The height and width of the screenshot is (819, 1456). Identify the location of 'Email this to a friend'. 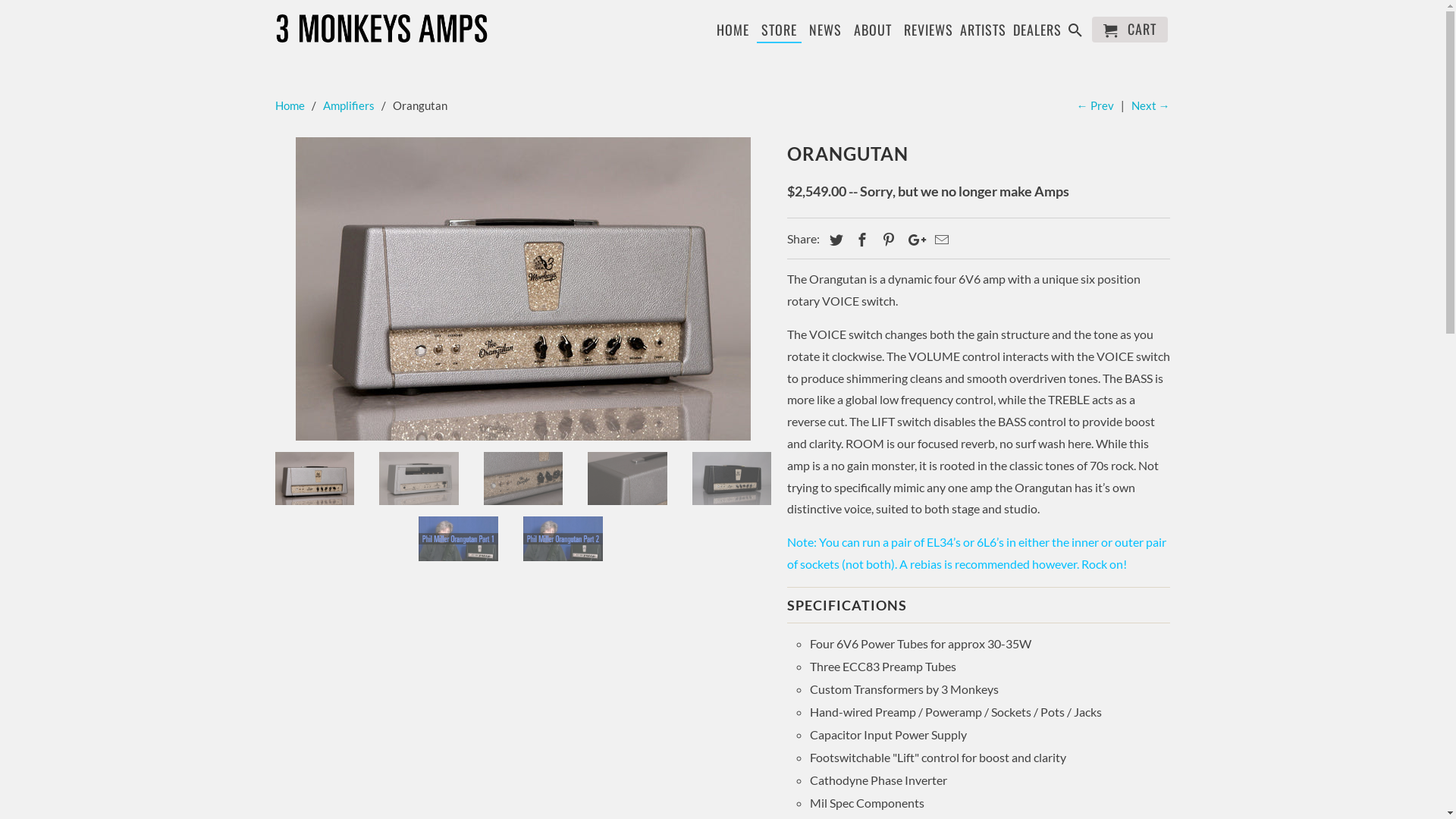
(938, 239).